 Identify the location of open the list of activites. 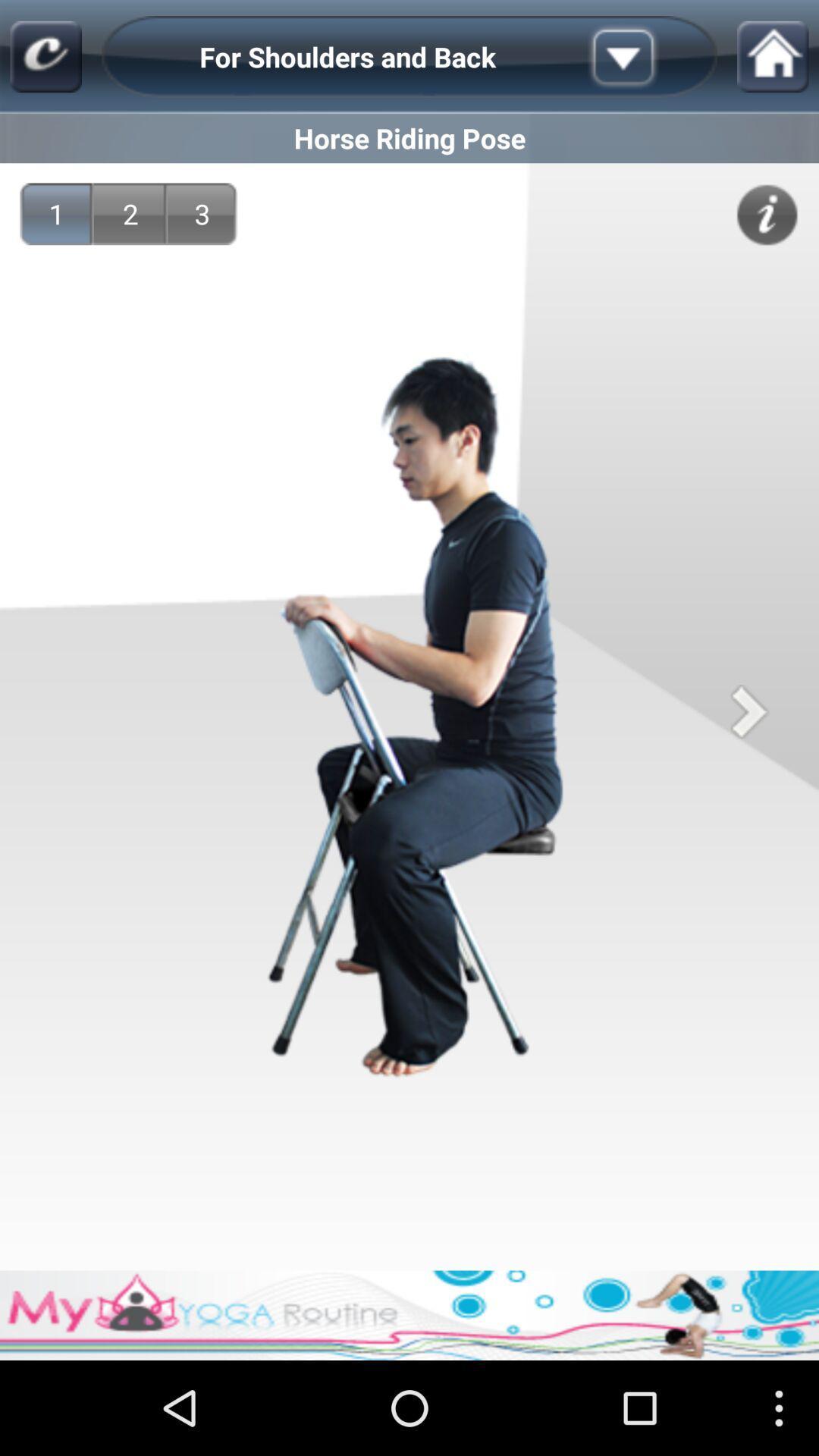
(647, 57).